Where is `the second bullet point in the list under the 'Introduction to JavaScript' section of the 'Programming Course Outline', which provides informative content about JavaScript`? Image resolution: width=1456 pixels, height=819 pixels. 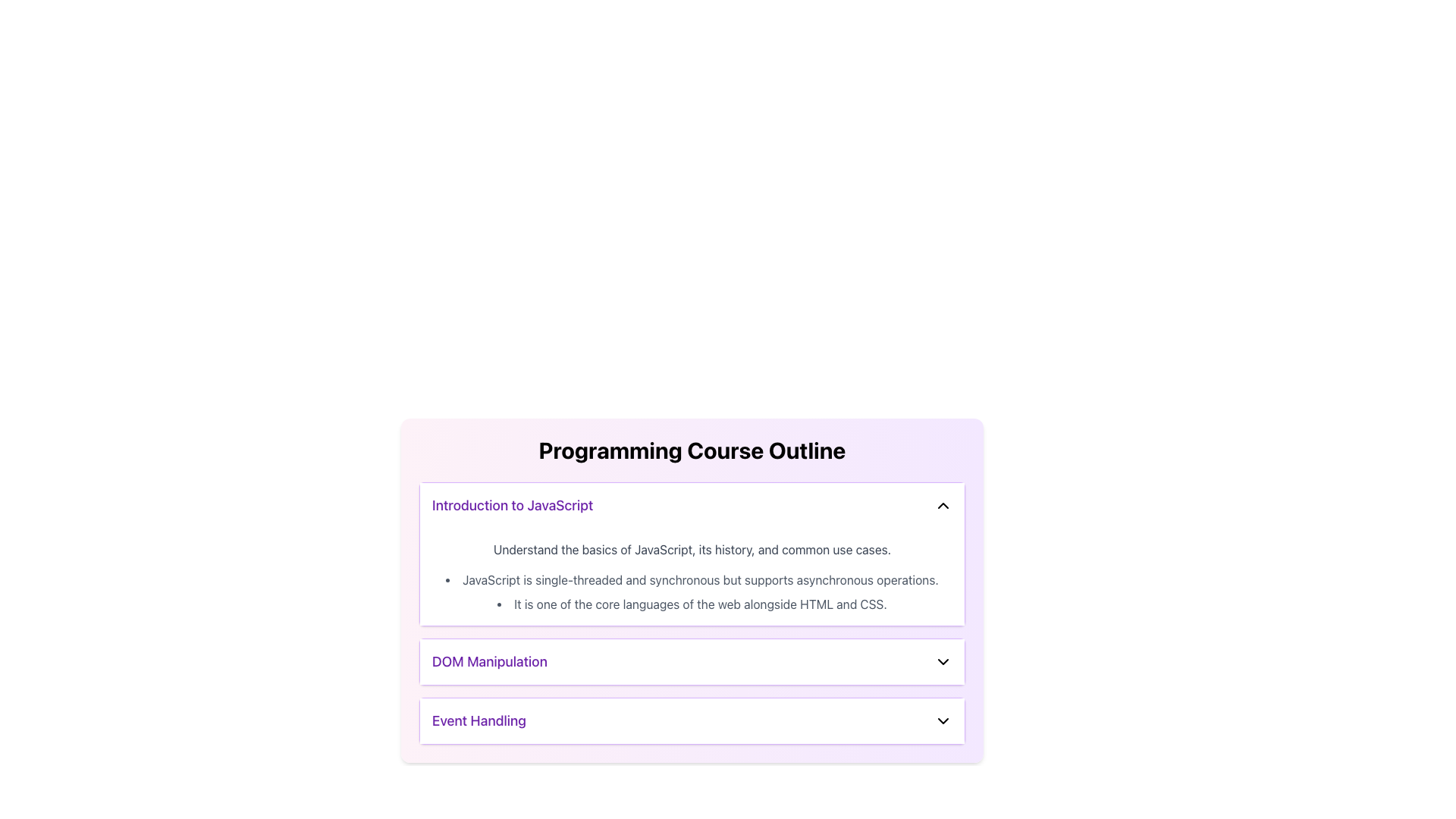
the second bullet point in the list under the 'Introduction to JavaScript' section of the 'Programming Course Outline', which provides informative content about JavaScript is located at coordinates (691, 604).